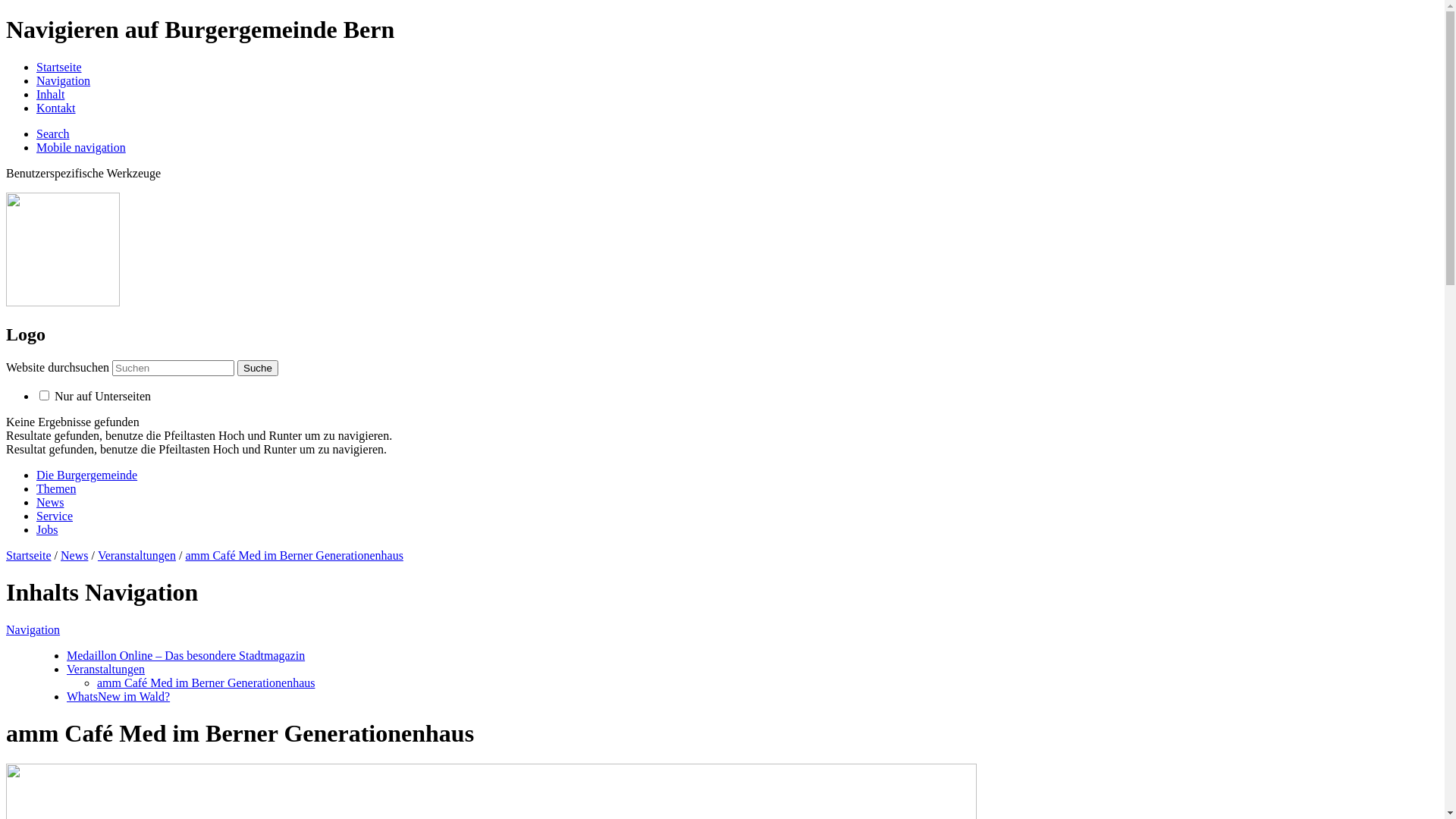 Image resolution: width=1456 pixels, height=819 pixels. Describe the element at coordinates (55, 515) in the screenshot. I see `'Service'` at that location.